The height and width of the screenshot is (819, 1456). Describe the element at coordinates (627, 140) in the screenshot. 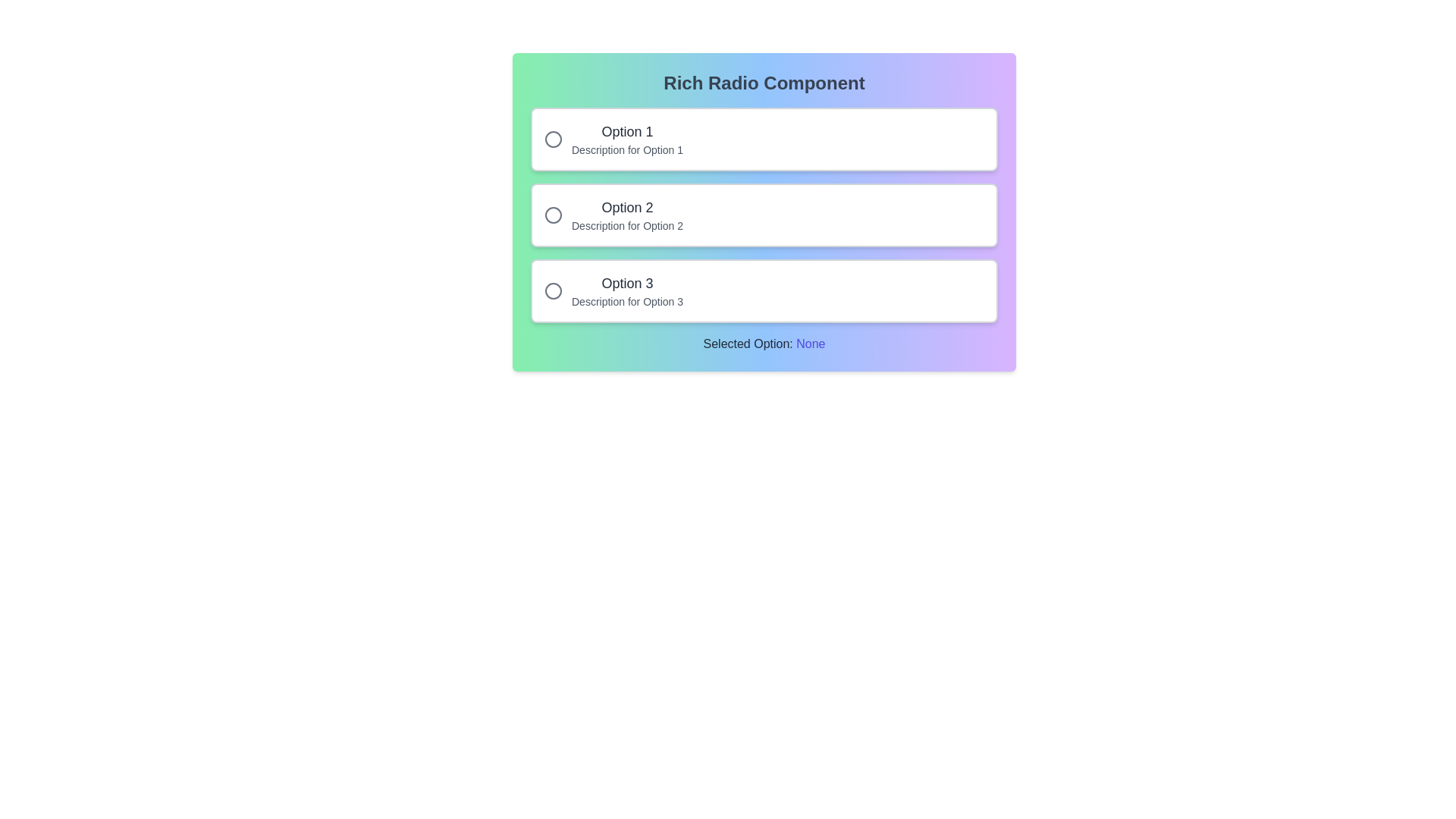

I see `the text block that provides the title and description of the first selectable option in the list, located below 'Rich Radio Component' and next to the circular selector icon` at that location.